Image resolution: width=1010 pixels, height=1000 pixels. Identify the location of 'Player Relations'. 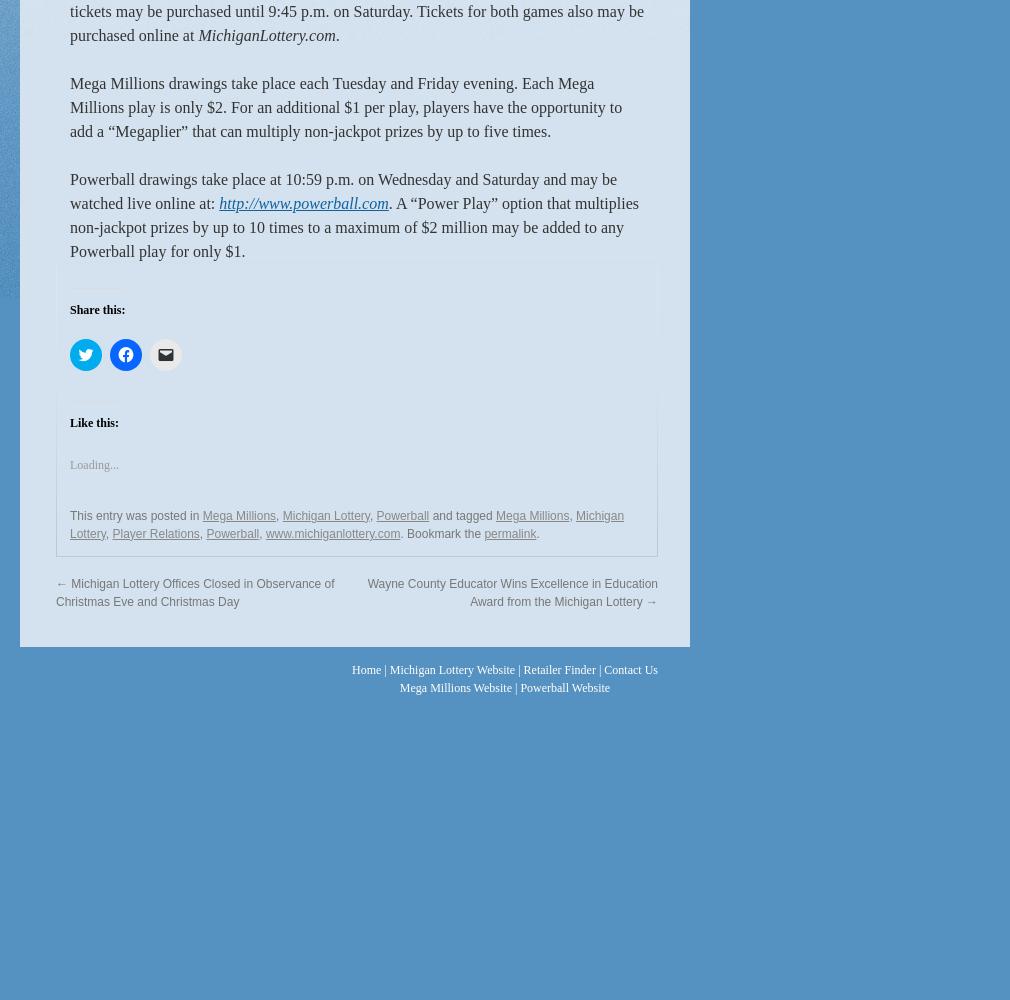
(154, 533).